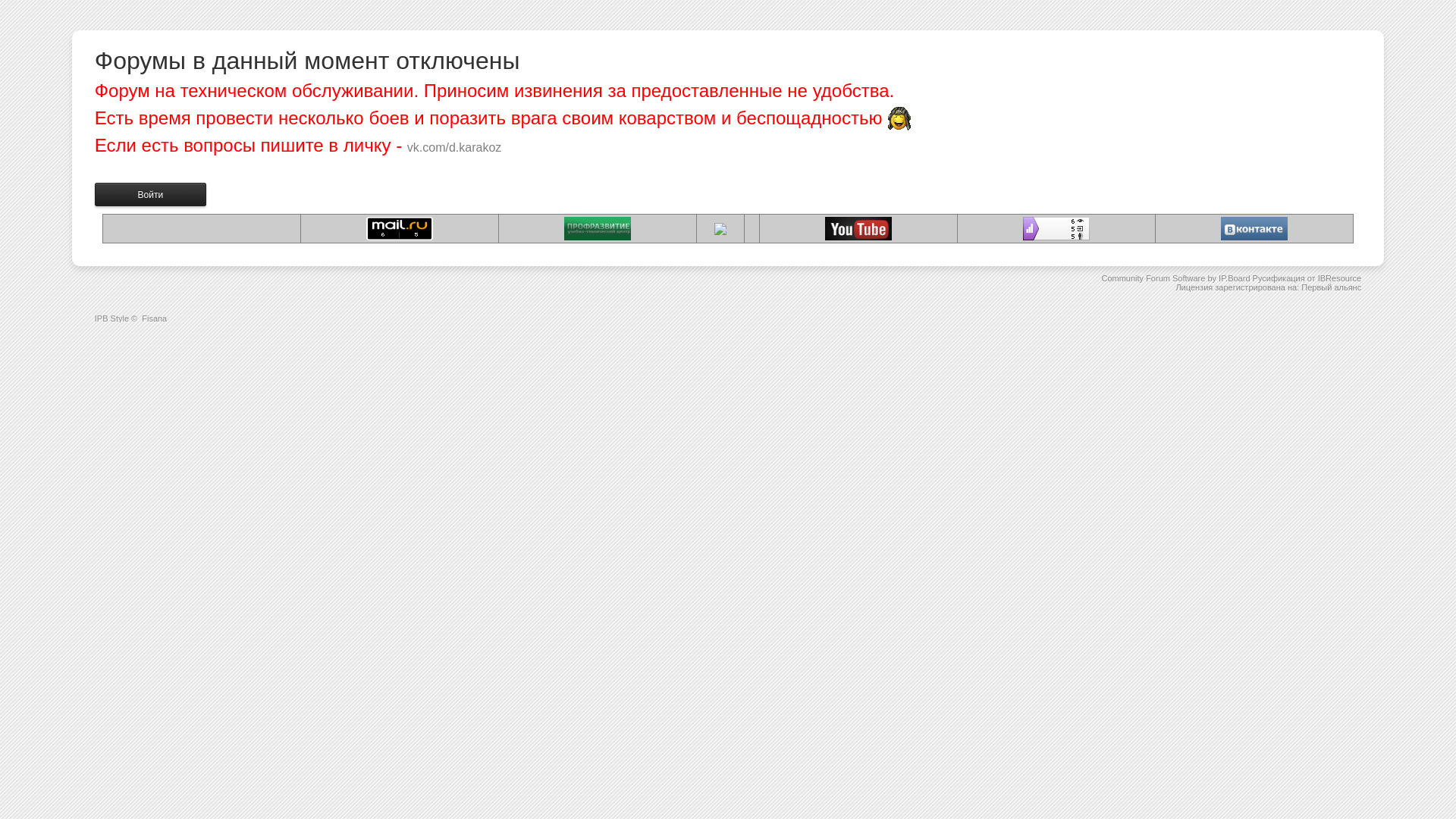  Describe the element at coordinates (1100, 278) in the screenshot. I see `'Community Forum Software by IP.Board'` at that location.